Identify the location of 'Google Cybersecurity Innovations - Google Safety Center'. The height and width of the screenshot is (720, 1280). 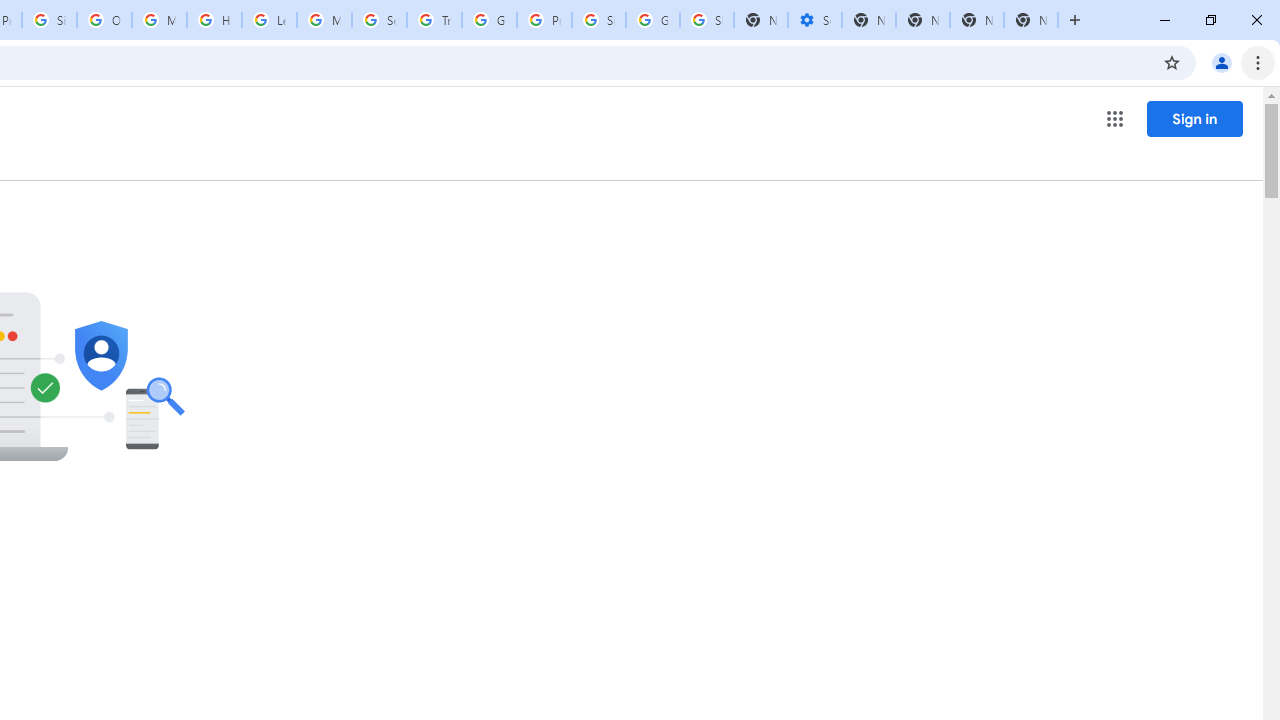
(652, 20).